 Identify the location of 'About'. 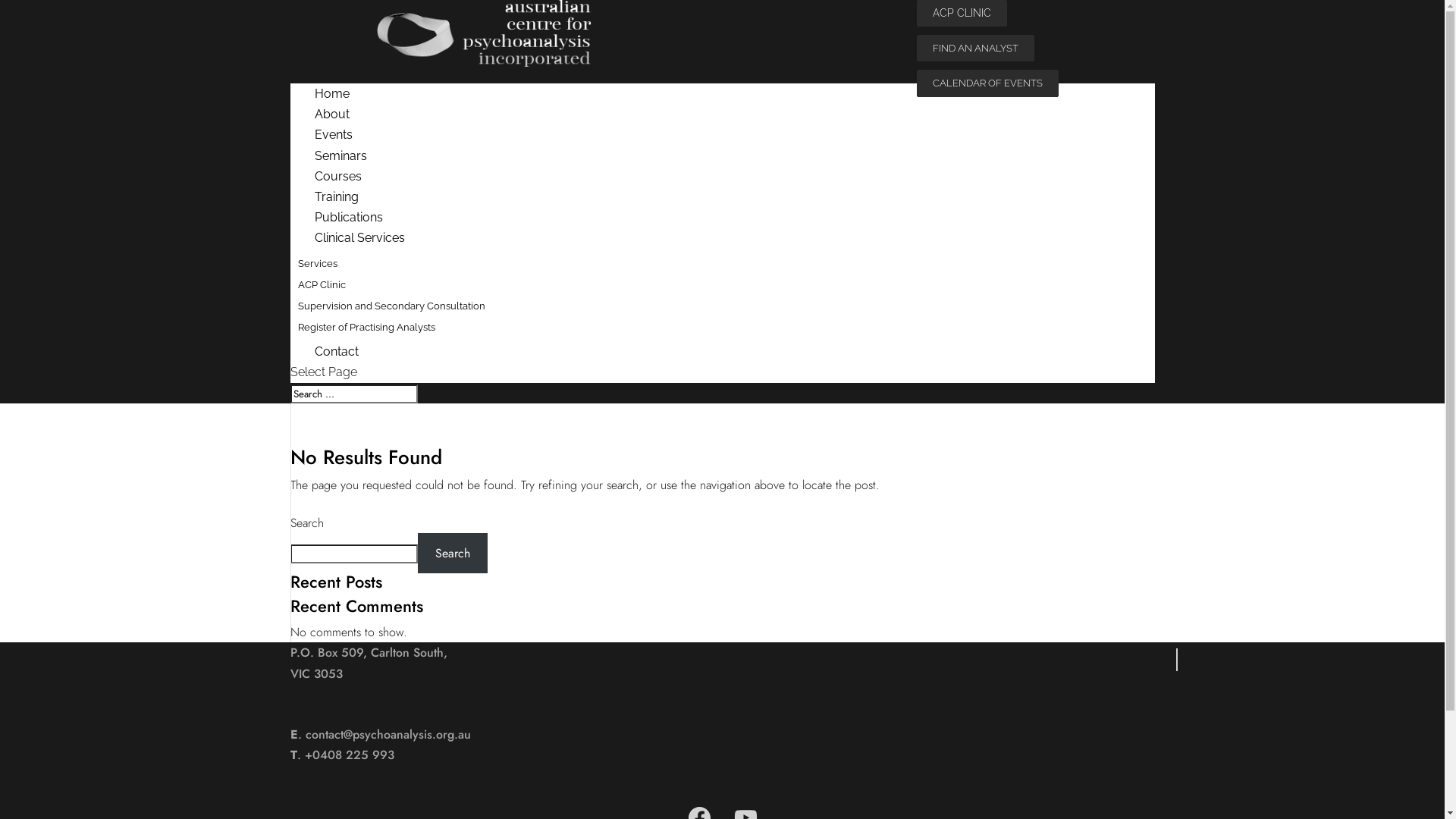
(331, 113).